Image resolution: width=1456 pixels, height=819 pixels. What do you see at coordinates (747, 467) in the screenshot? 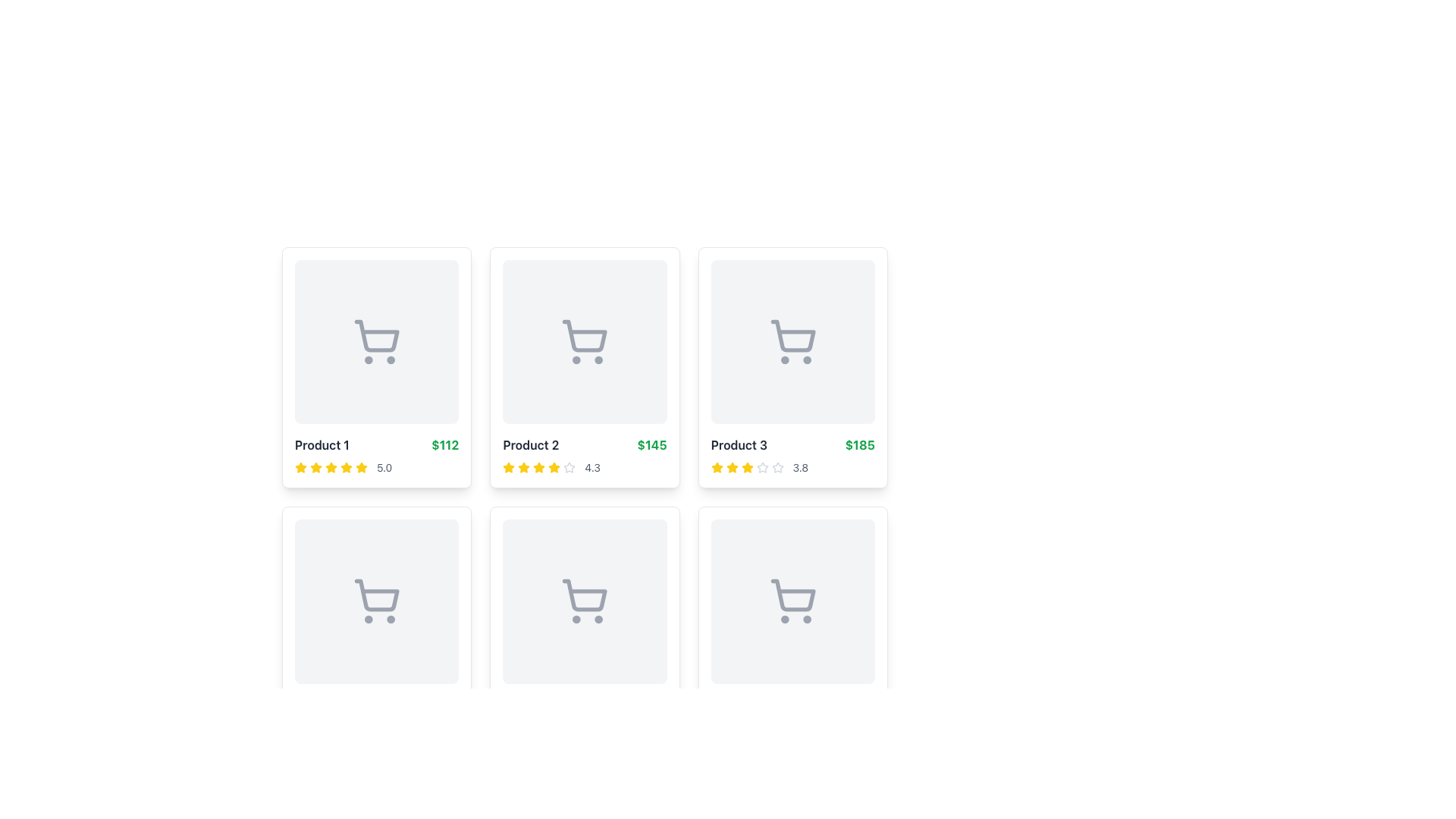
I see `the fifth star icon in the star-based rating system for the third product card` at bounding box center [747, 467].